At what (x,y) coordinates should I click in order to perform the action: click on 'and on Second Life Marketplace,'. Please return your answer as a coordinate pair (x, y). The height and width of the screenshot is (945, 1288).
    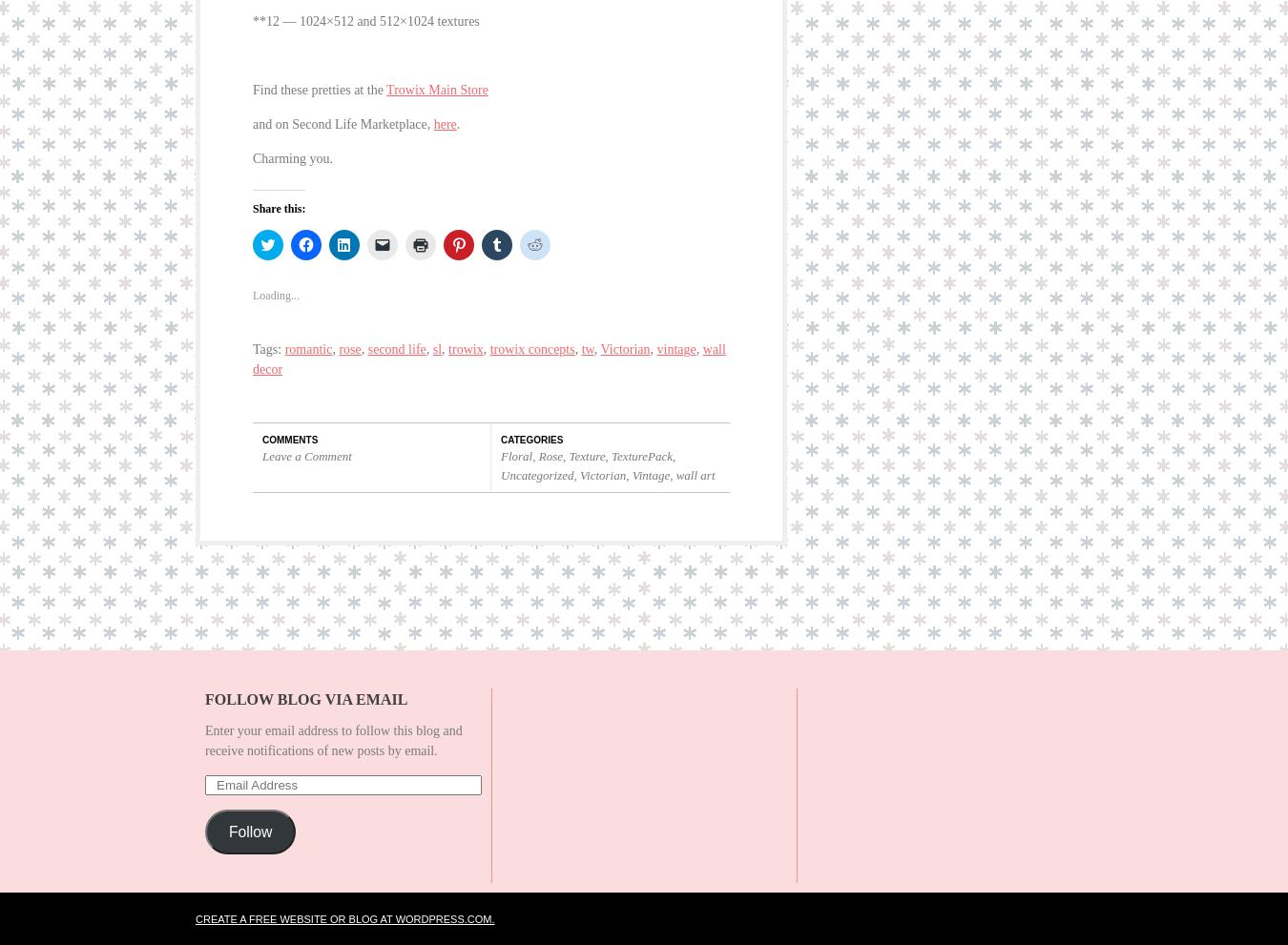
    Looking at the image, I should click on (343, 109).